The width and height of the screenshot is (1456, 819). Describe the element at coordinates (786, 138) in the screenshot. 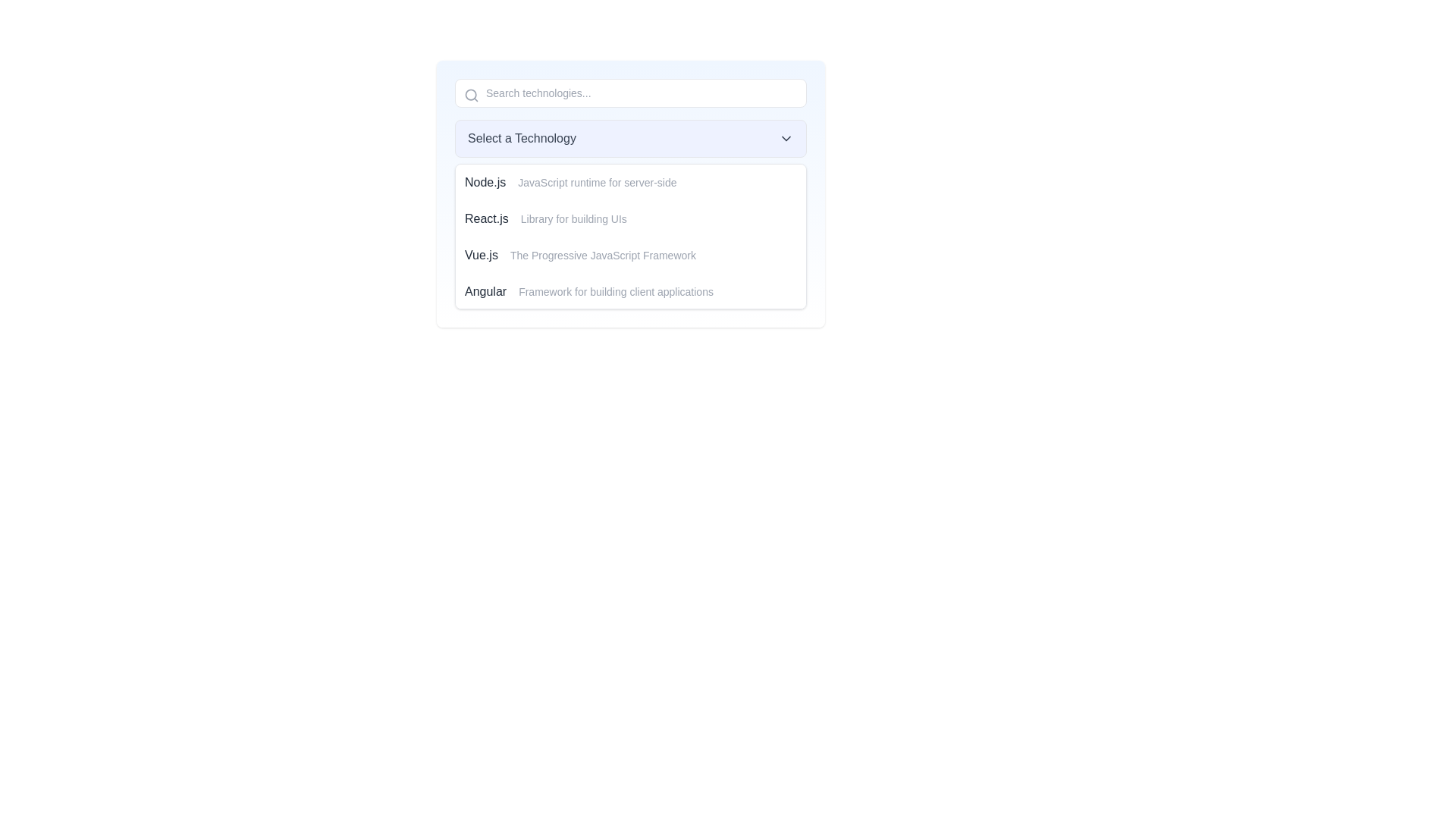

I see `the downwards-pointing chevron icon styled in a black outline, which indicates expandability, located to the far right of the 'Select a Technology' button` at that location.